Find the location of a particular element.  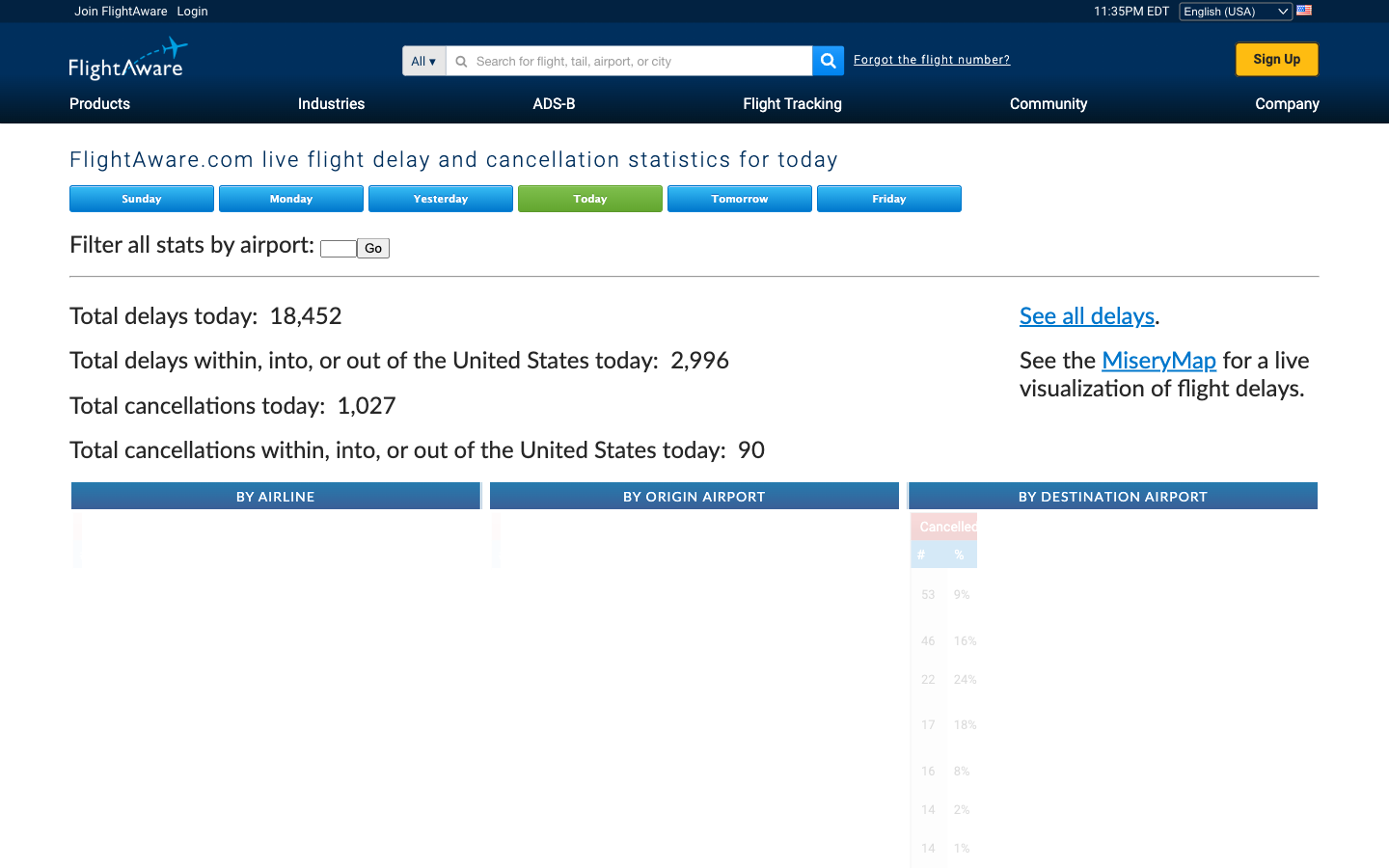

Go to Forgot flight number is located at coordinates (931, 59).